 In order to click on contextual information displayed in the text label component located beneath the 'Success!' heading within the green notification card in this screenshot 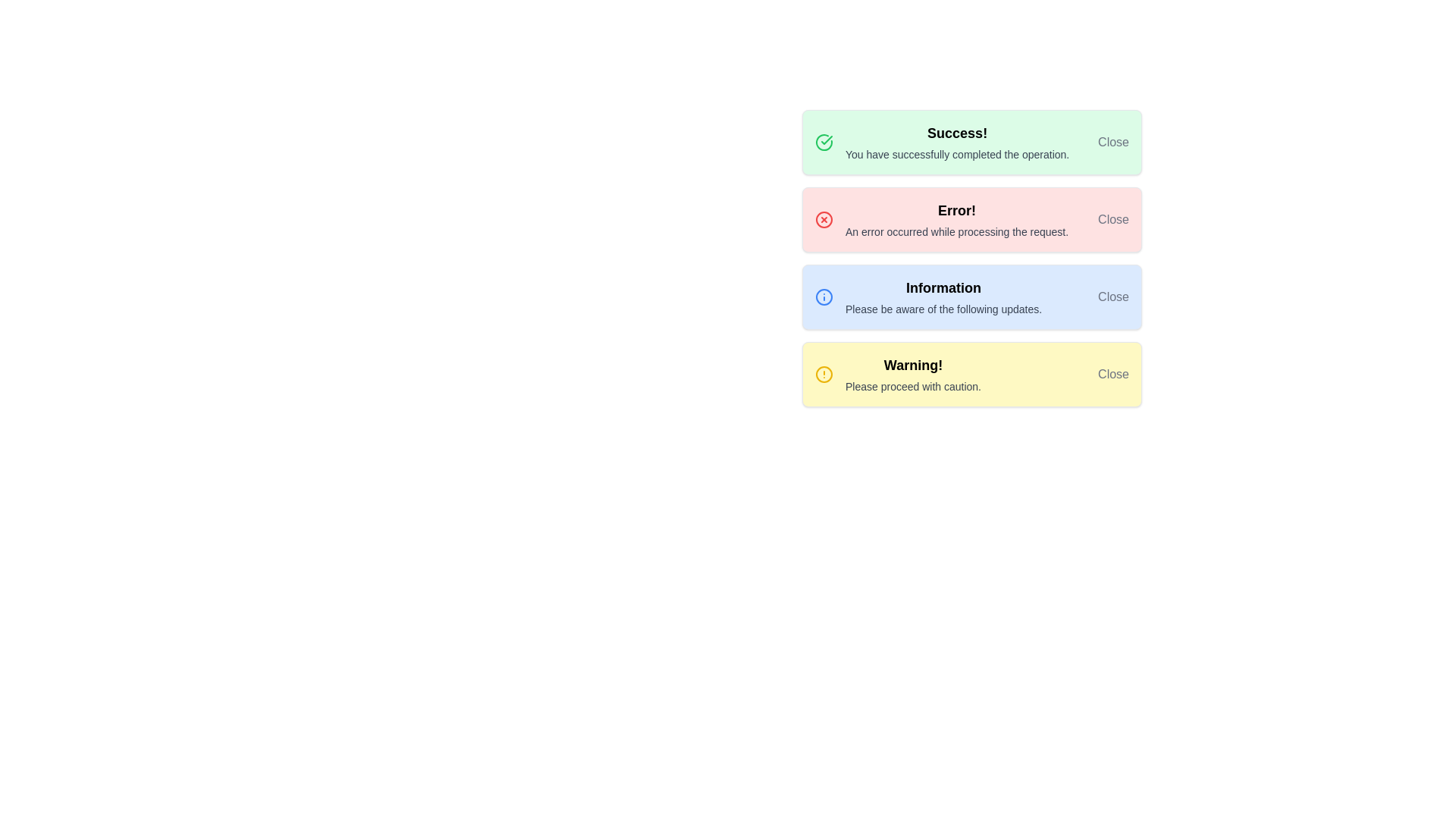, I will do `click(956, 155)`.